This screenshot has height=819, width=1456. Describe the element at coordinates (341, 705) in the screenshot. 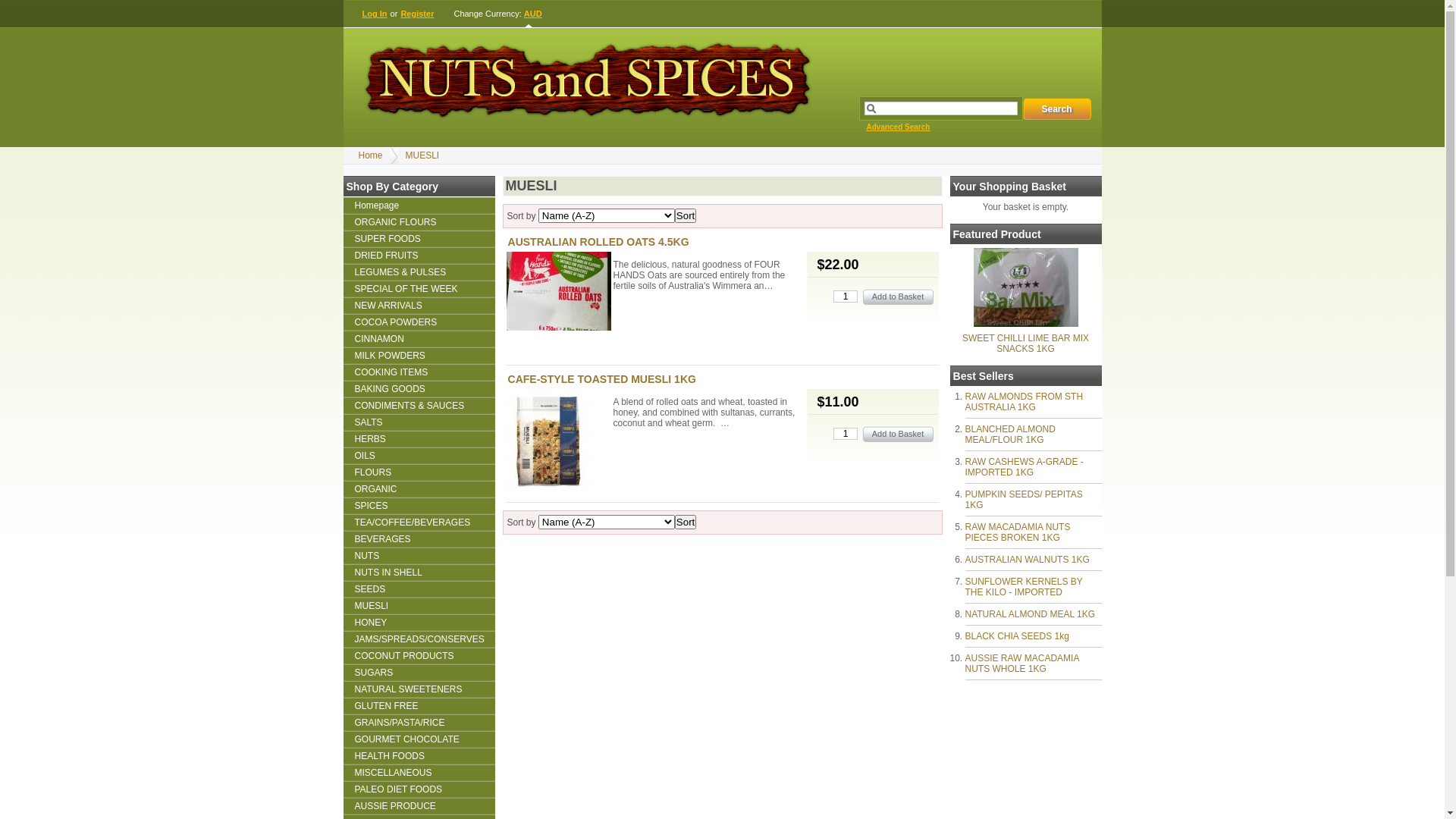

I see `'GLUTEN FREE'` at that location.